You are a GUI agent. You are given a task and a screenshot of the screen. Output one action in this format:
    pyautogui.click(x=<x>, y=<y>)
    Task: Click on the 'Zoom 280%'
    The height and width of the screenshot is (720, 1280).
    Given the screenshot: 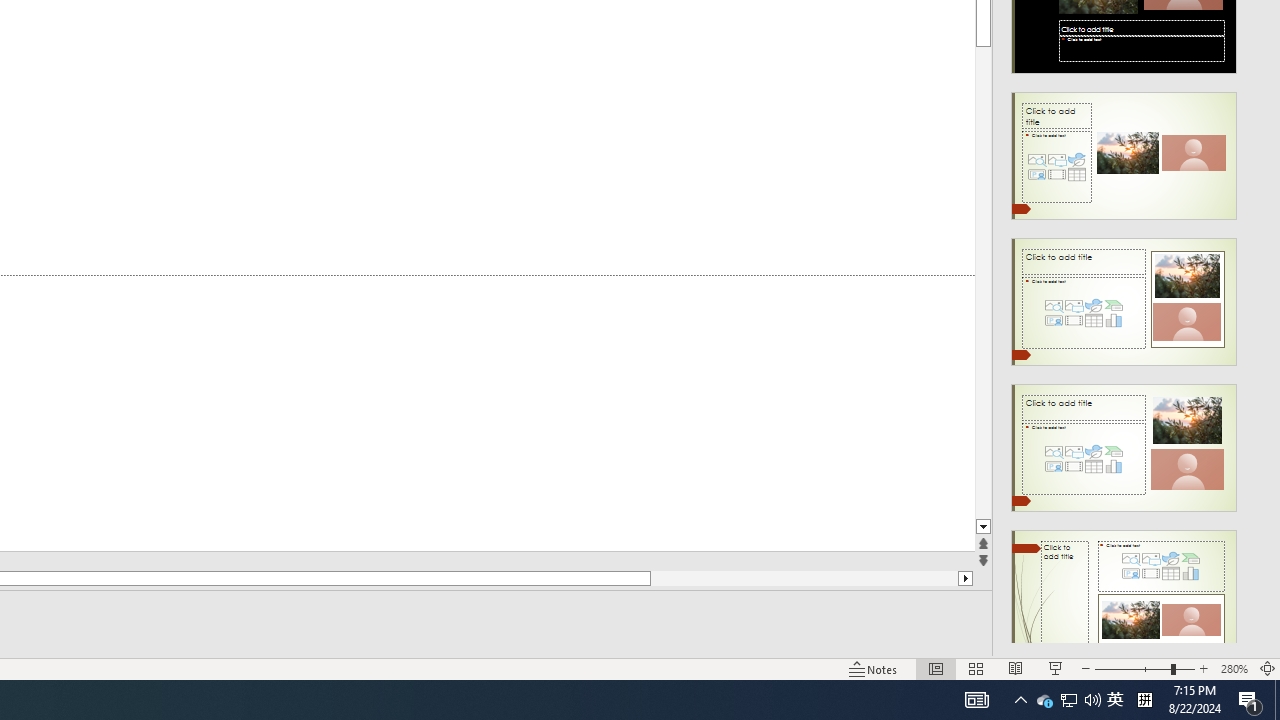 What is the action you would take?
    pyautogui.click(x=1233, y=669)
    